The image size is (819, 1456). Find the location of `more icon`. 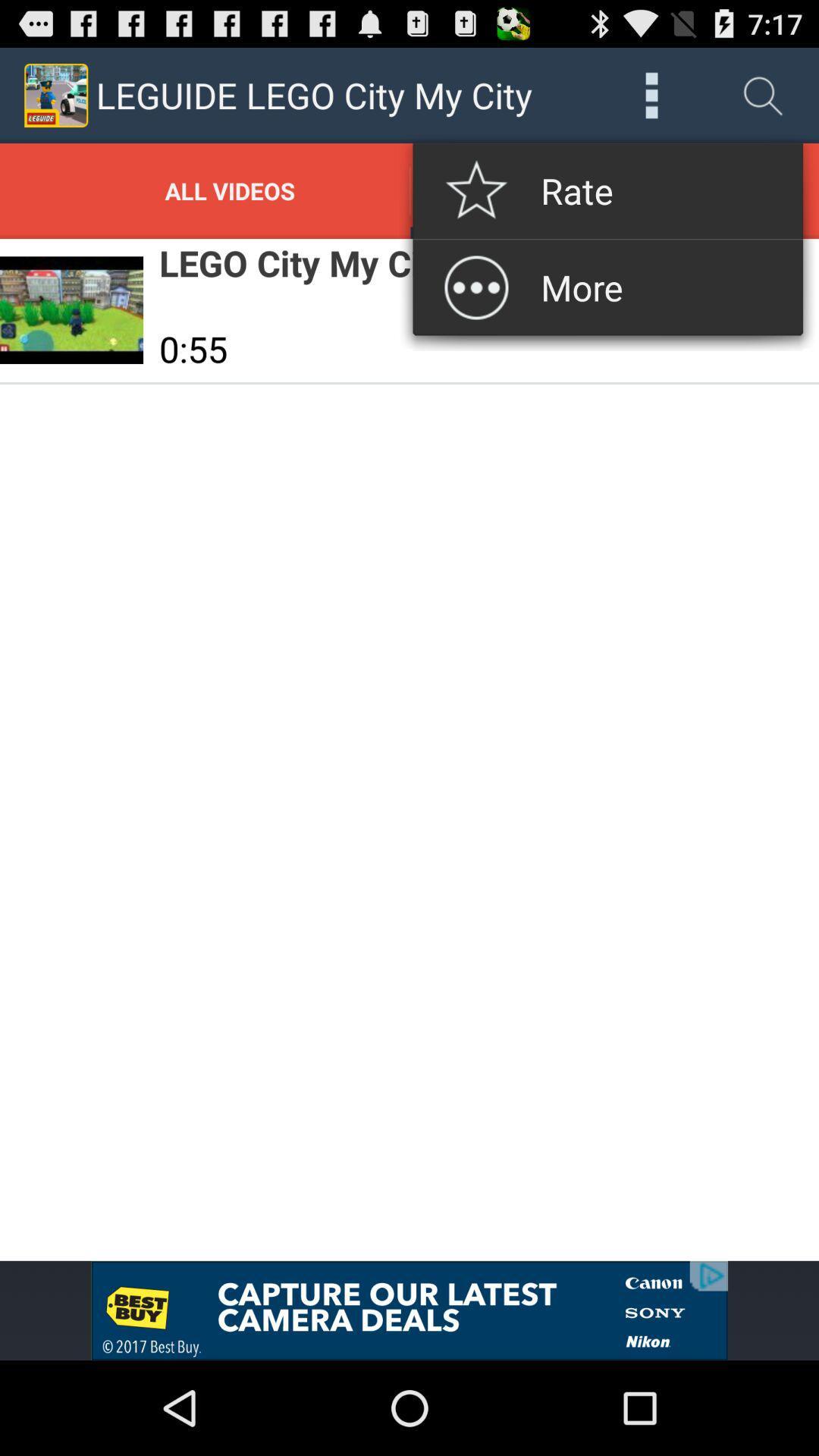

more icon is located at coordinates (651, 94).